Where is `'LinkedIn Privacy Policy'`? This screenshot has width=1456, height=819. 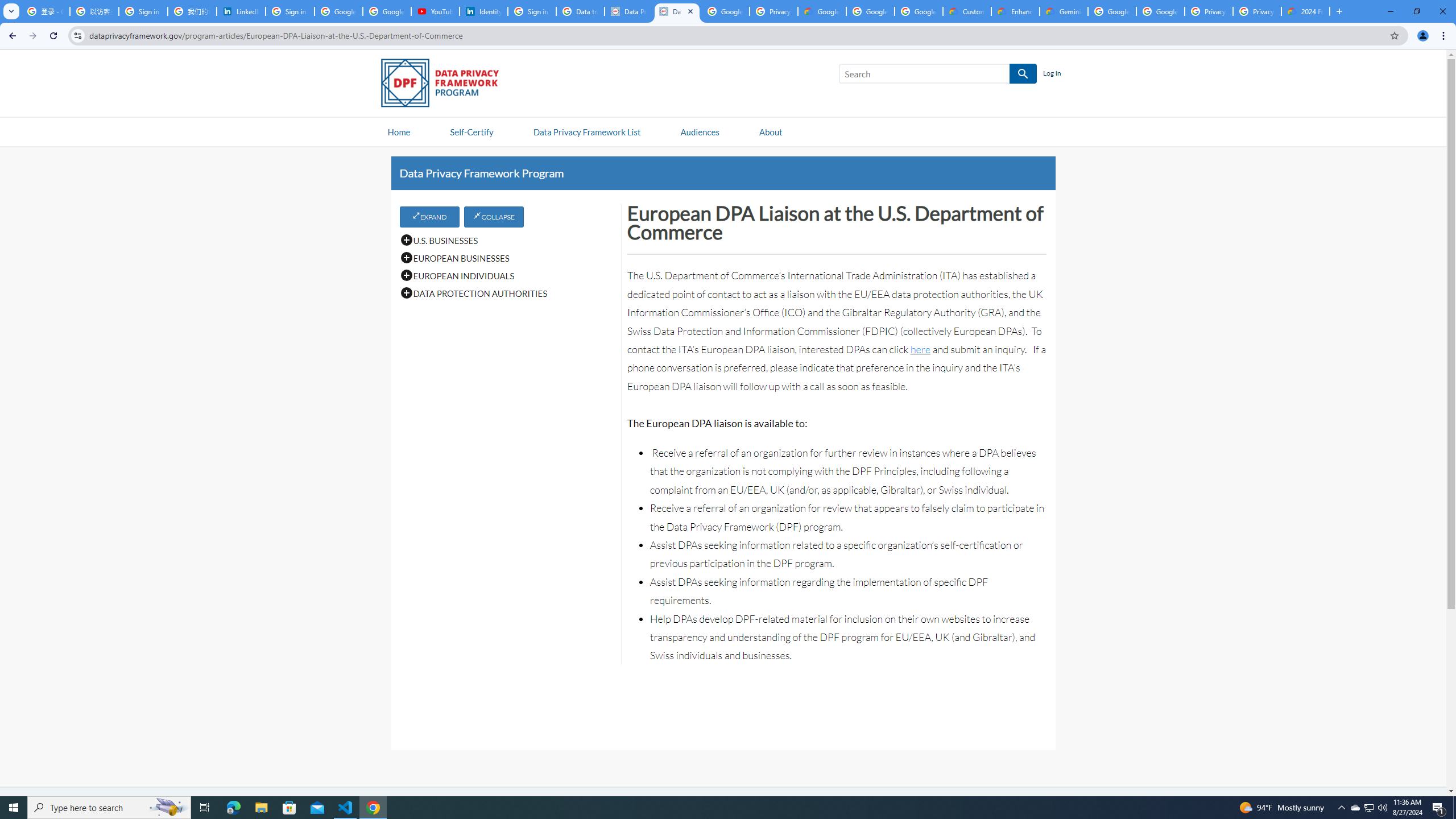
'LinkedIn Privacy Policy' is located at coordinates (241, 11).